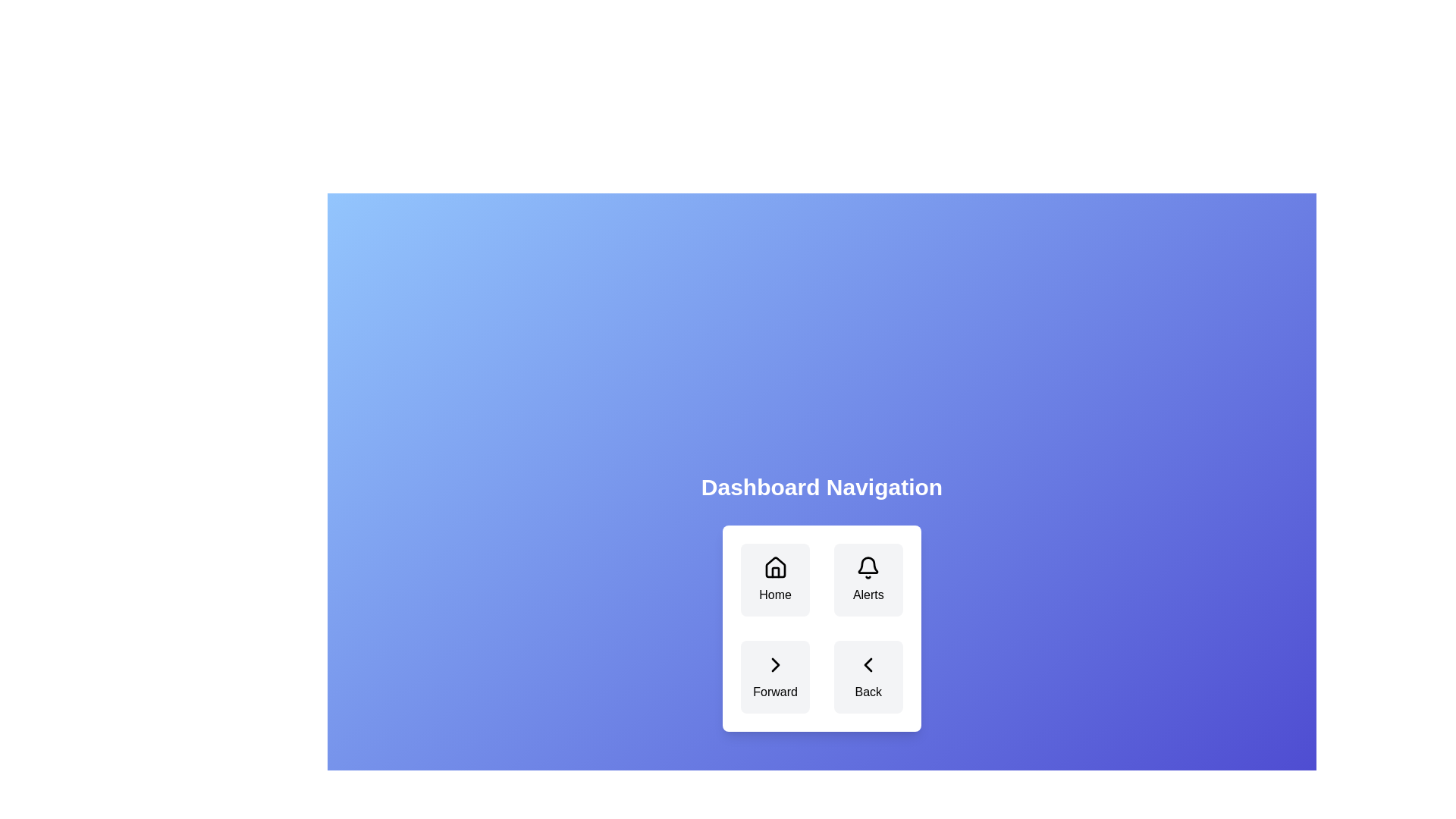 This screenshot has width=1456, height=819. Describe the element at coordinates (868, 664) in the screenshot. I see `the left-pointing chevron icon of the 'Back' button located at the bottom right corner of the dashboard` at that location.